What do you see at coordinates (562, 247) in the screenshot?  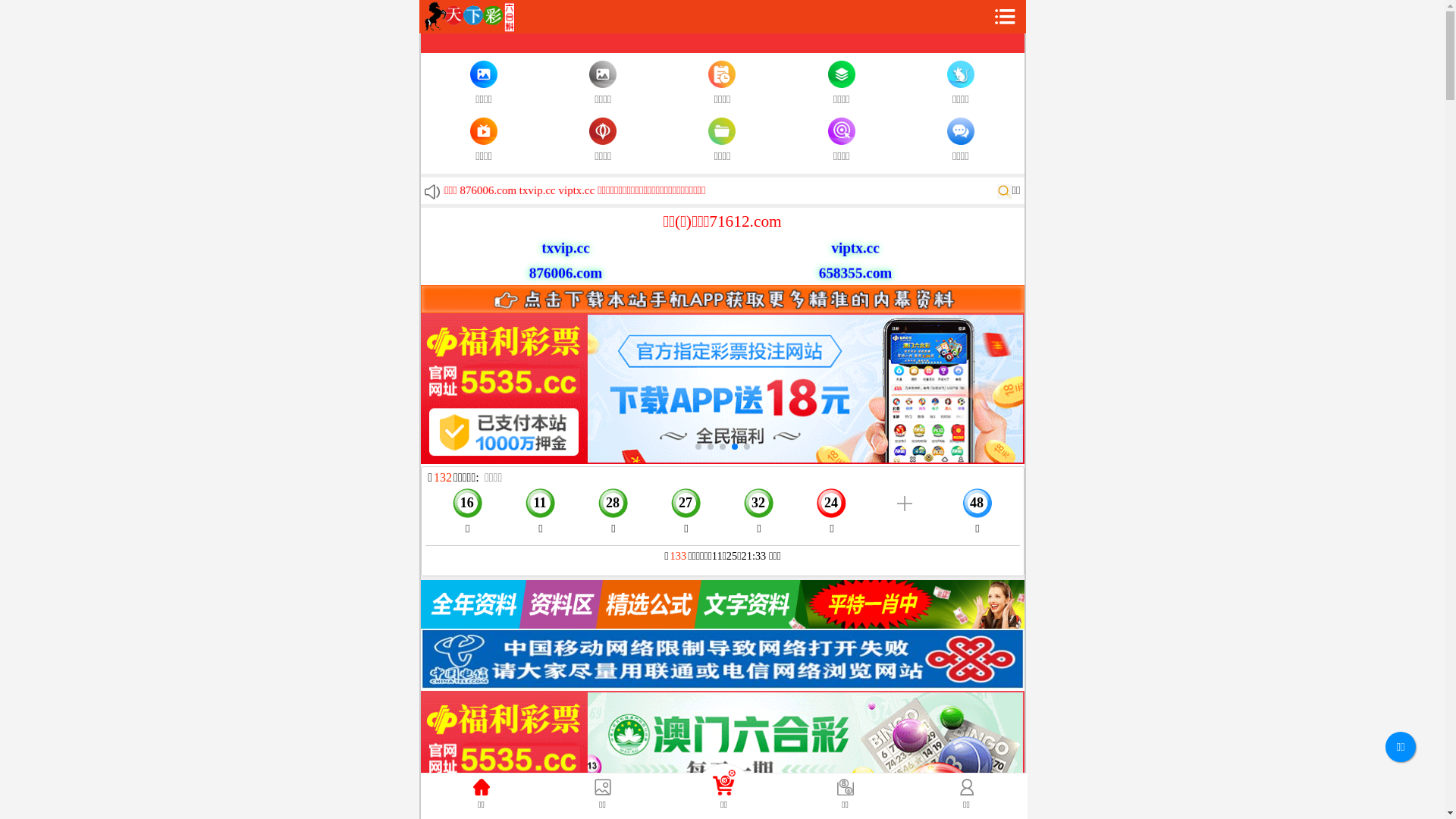 I see `'txvip.cc'` at bounding box center [562, 247].